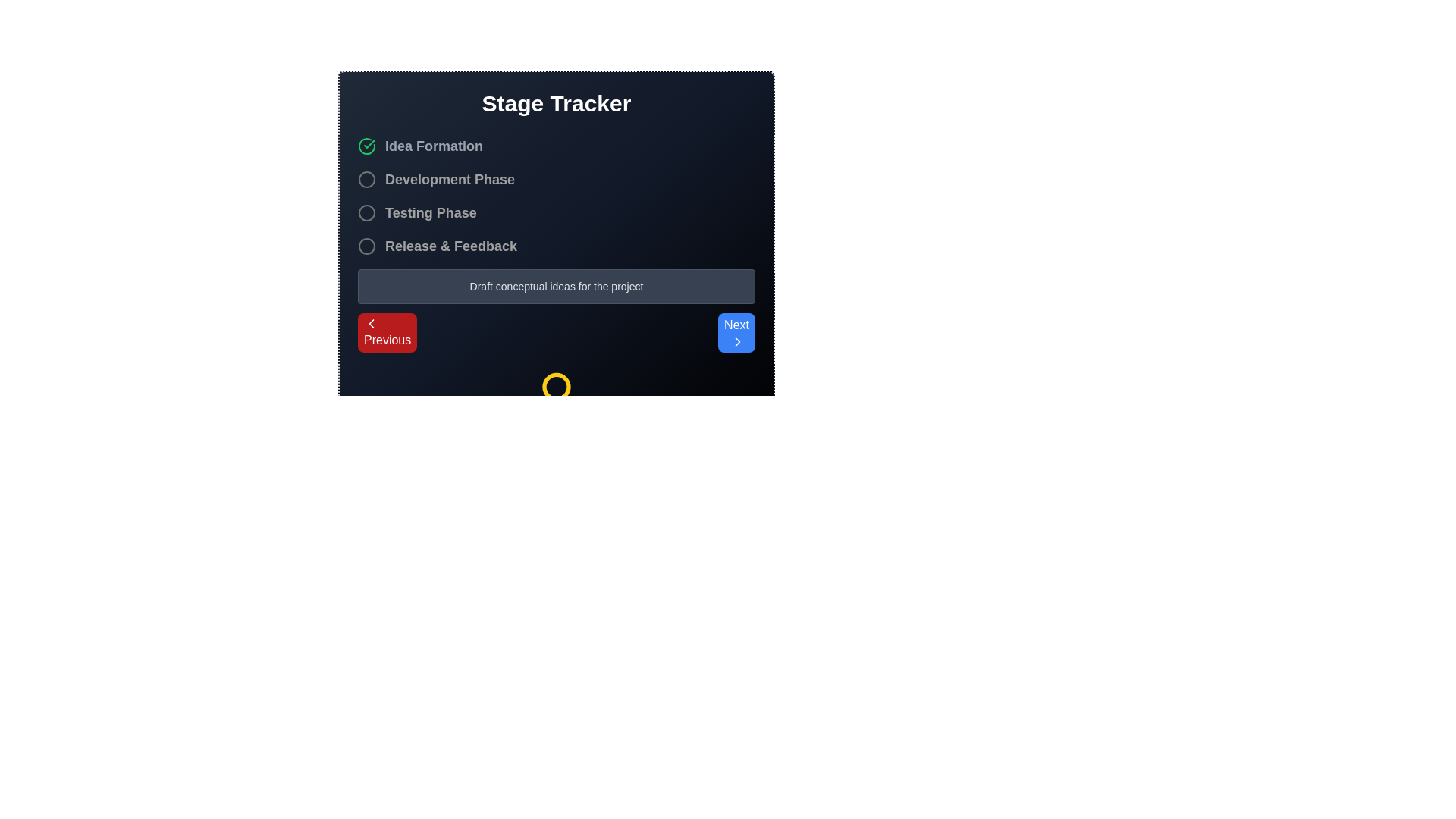  Describe the element at coordinates (556, 178) in the screenshot. I see `the 'Development Phase' stage element, which is the second item in the vertical stage tracker list, positioned below 'Idea Formation' and above 'Testing Phase'` at that location.